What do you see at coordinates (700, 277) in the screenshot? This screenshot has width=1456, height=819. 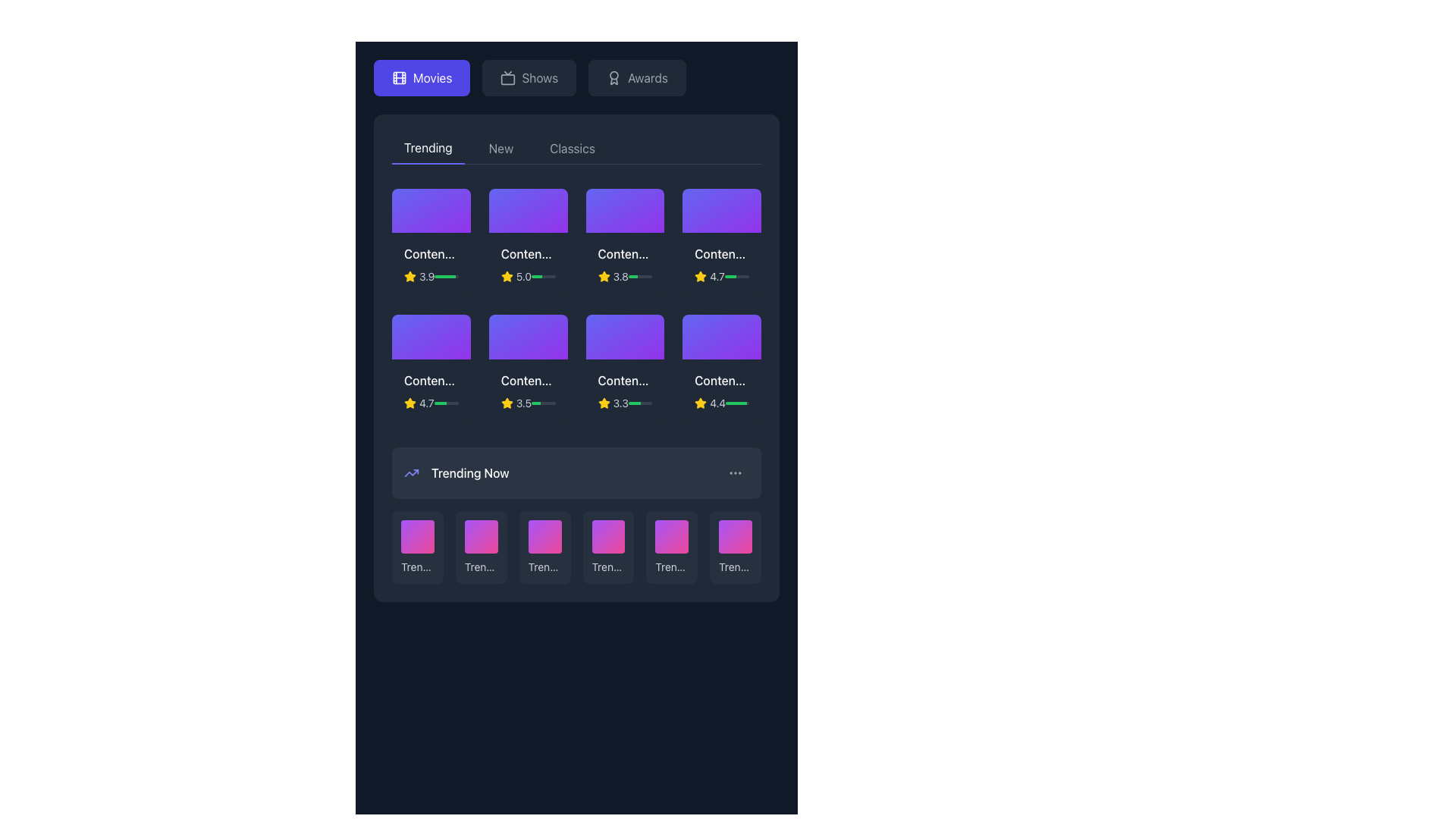 I see `the star-shaped rating indicator located under the 'Trending' section, specifically in the second row and fourth column of the grid layout` at bounding box center [700, 277].